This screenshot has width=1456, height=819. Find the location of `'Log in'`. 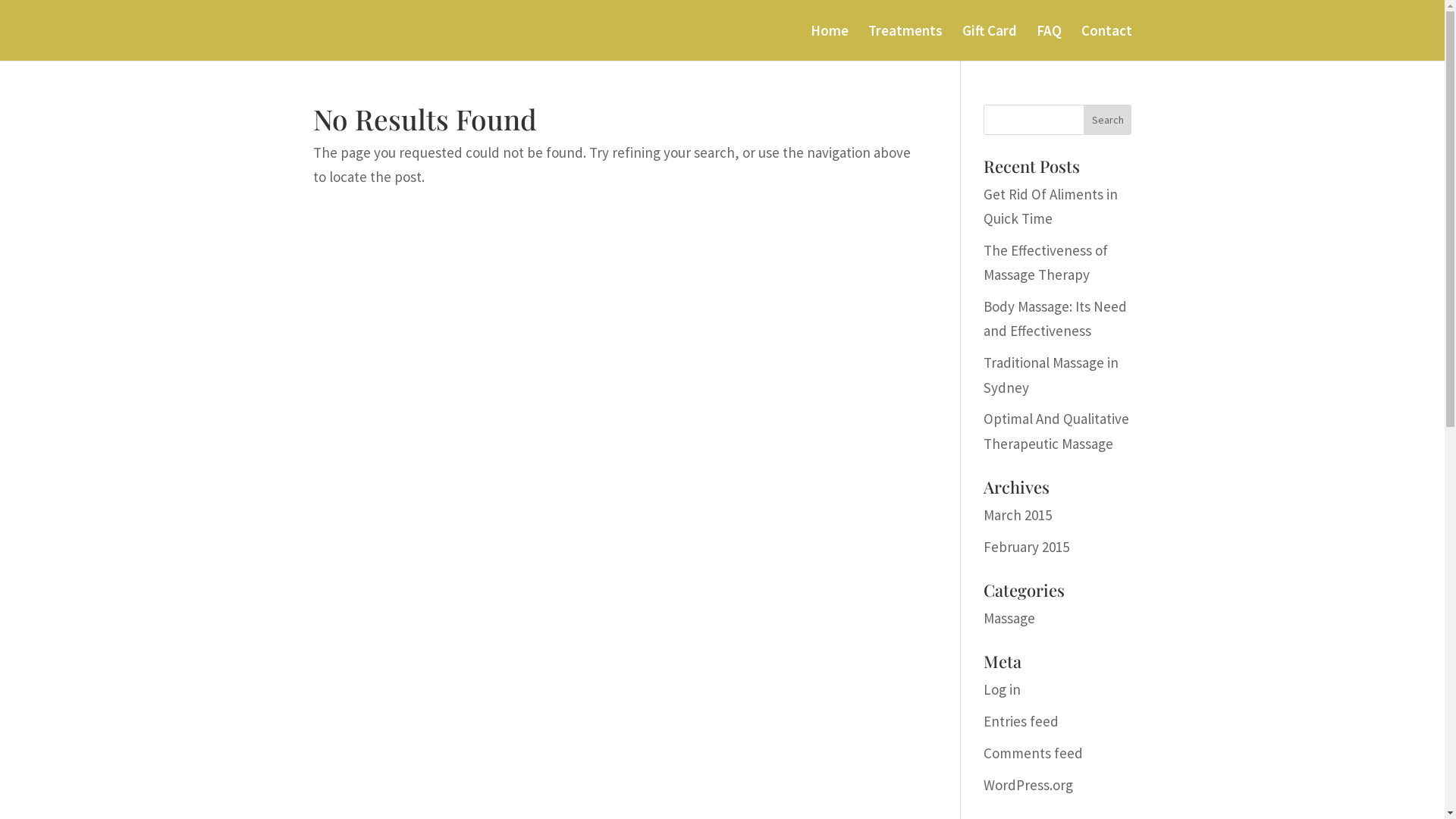

'Log in' is located at coordinates (983, 689).